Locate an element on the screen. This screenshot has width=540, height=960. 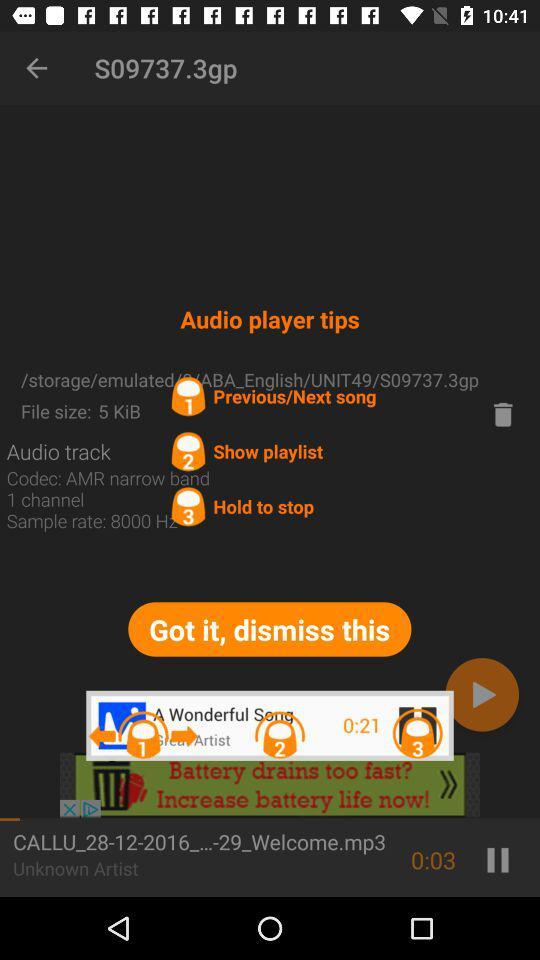
advertisement is located at coordinates (270, 785).